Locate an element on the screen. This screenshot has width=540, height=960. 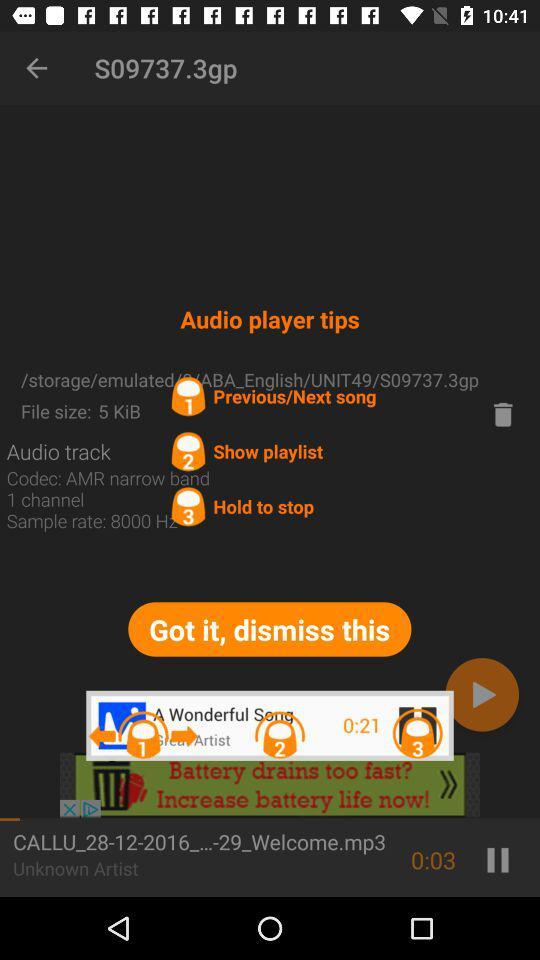
advertisement is located at coordinates (270, 785).